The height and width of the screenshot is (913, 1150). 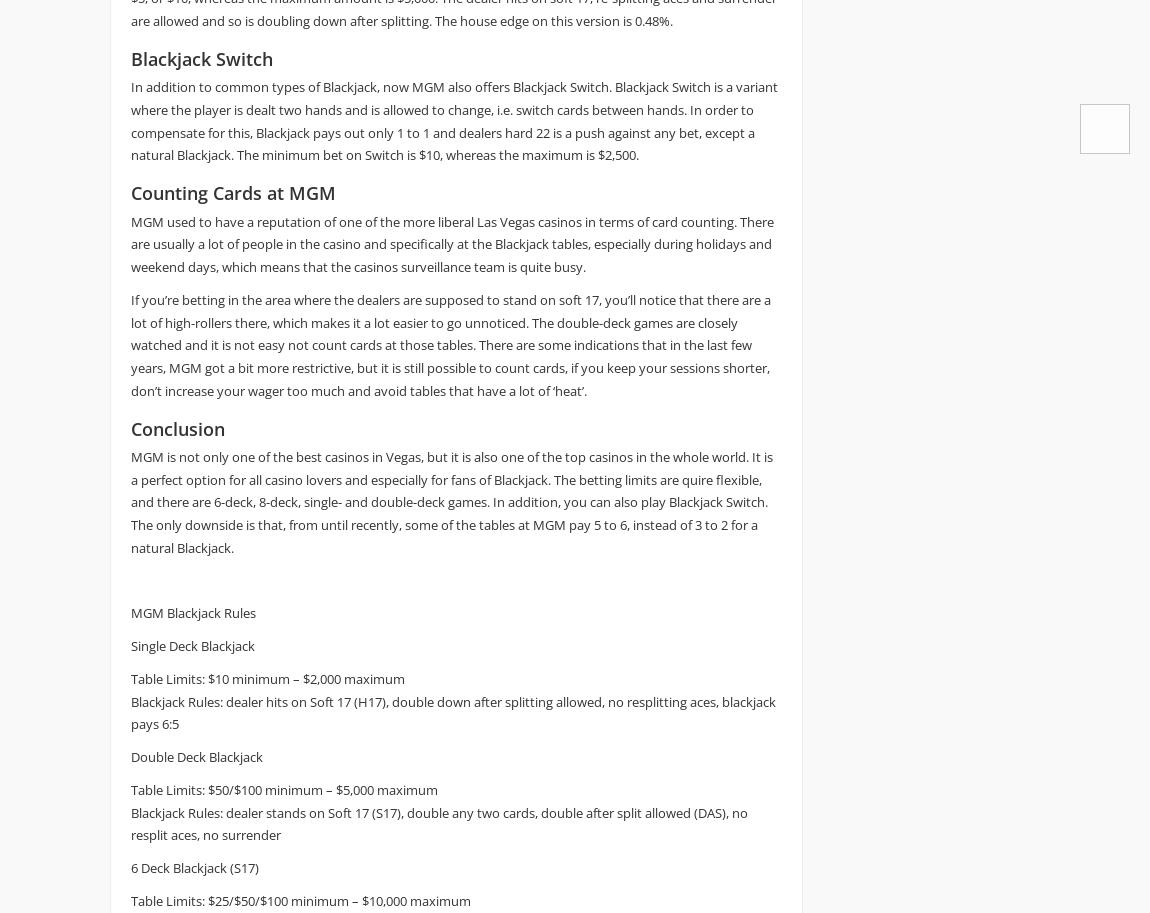 What do you see at coordinates (454, 120) in the screenshot?
I see `'In addition to common types of Blackjack, now MGM also offers Blackjack Switch. Blackjack Switch is a variant where the player is dealt two hands and is allowed to change, i.e. switch cards between hands. In order to compensate for this, Blackjack pays out only 1 to 1 and dealers hard 22 is a push against any bet, except a natural Blackjack. The minimum bet on Switch is $10, whereas the maximum is $2,500.'` at bounding box center [454, 120].